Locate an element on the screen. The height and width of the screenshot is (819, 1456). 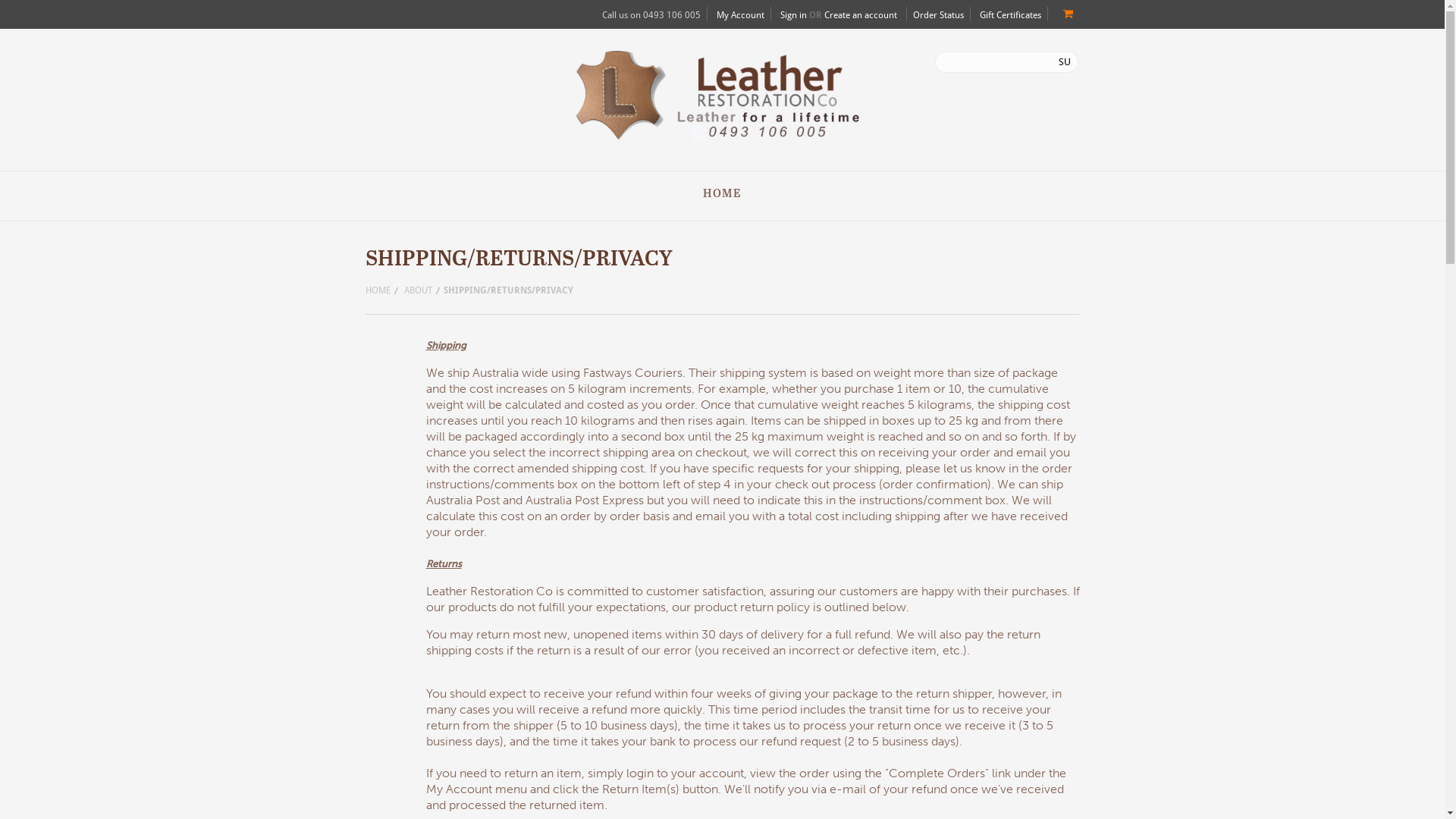
'HOME' is located at coordinates (381, 290).